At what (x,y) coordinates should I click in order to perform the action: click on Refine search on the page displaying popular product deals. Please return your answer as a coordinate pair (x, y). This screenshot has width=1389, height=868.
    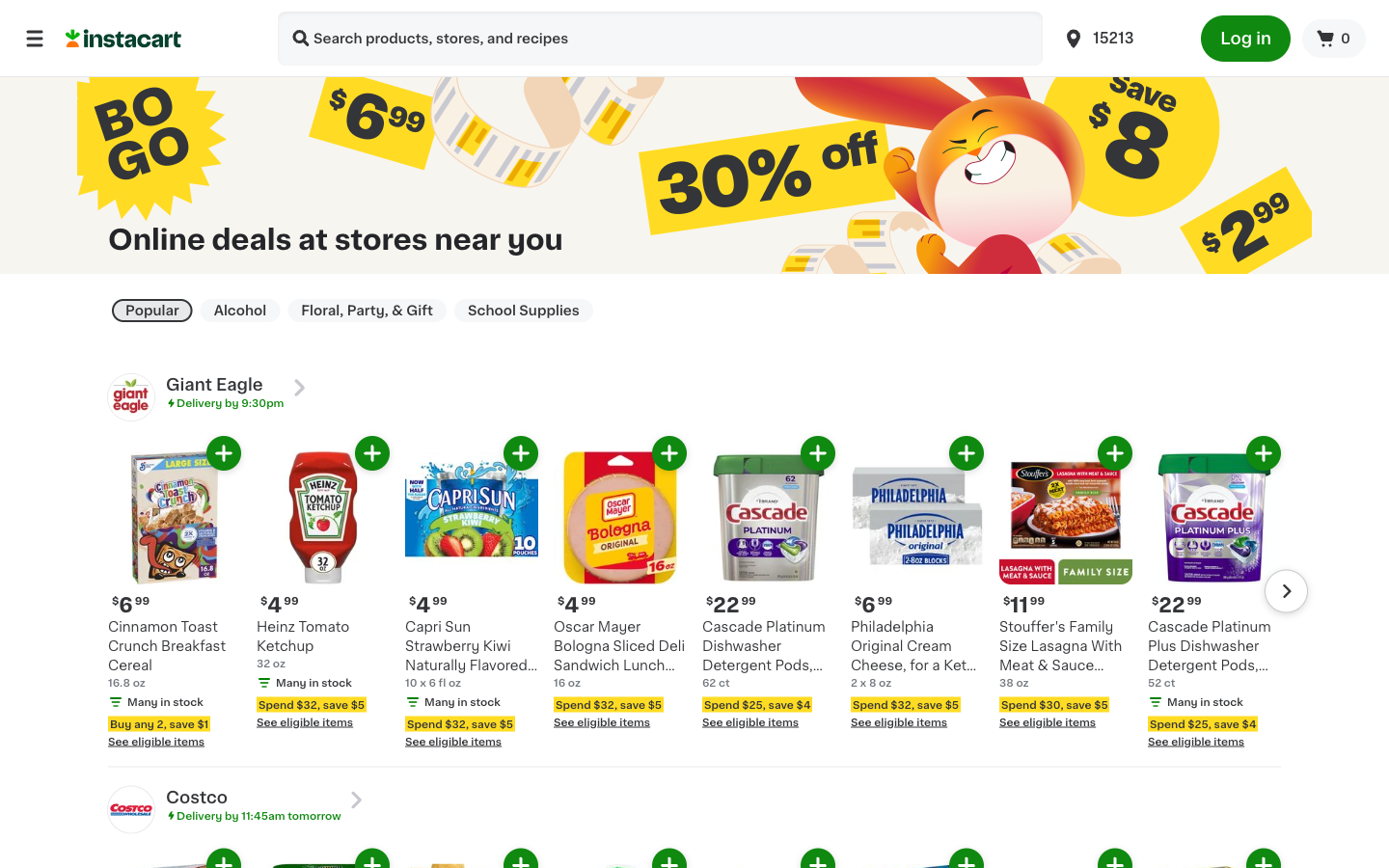
    Looking at the image, I should click on (150, 310).